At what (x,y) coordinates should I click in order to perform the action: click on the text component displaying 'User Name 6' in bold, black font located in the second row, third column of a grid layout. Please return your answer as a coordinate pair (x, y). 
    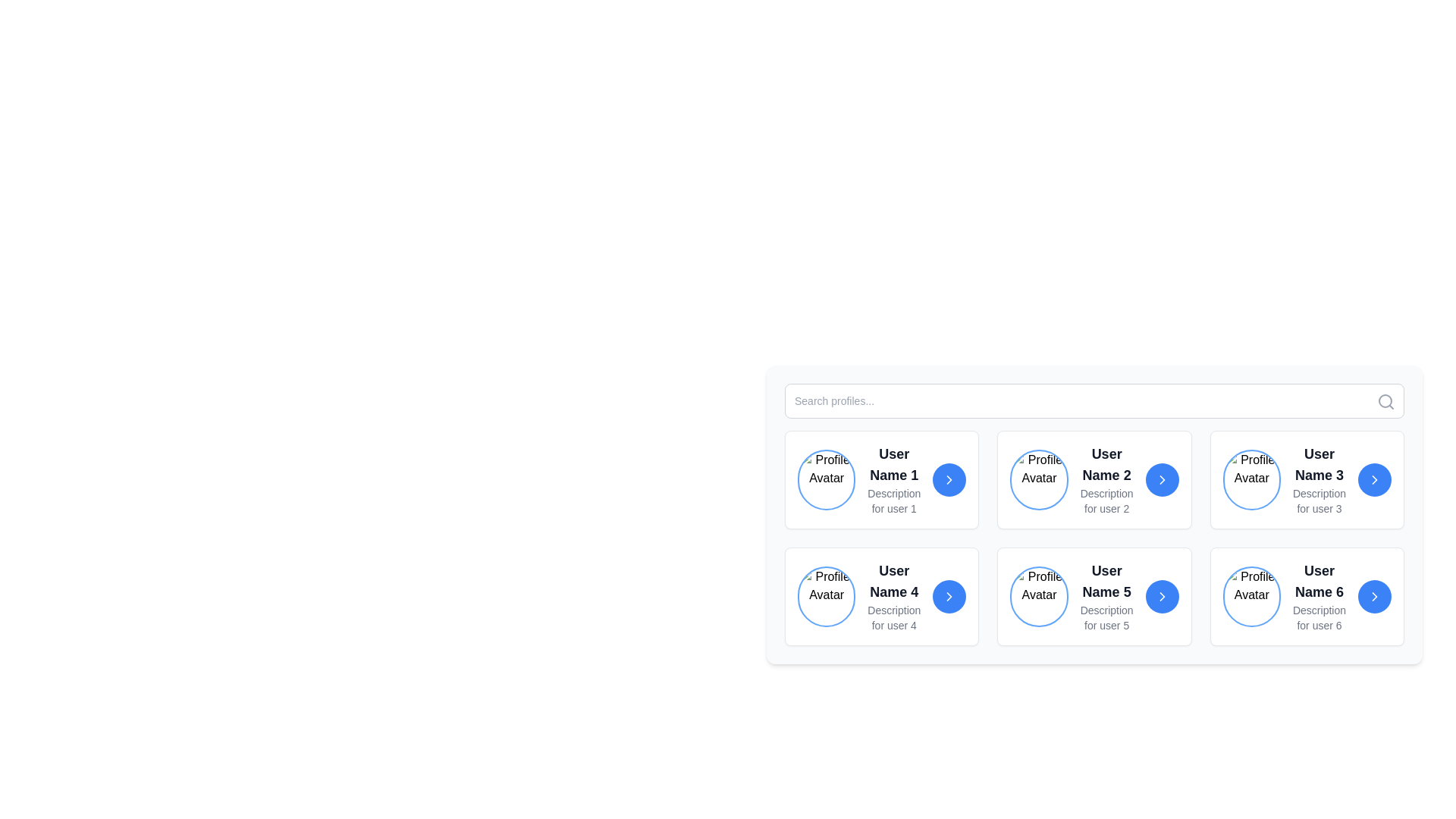
    Looking at the image, I should click on (1318, 581).